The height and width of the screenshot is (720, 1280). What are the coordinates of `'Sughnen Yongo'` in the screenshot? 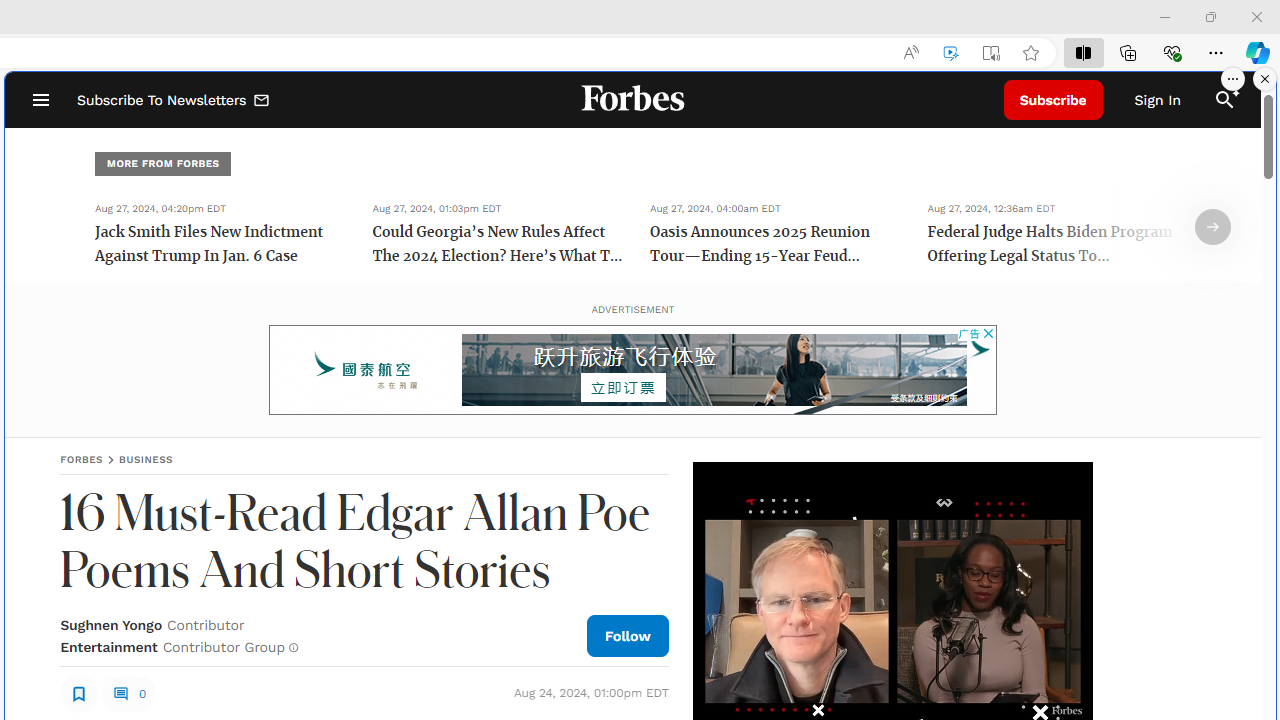 It's located at (110, 623).